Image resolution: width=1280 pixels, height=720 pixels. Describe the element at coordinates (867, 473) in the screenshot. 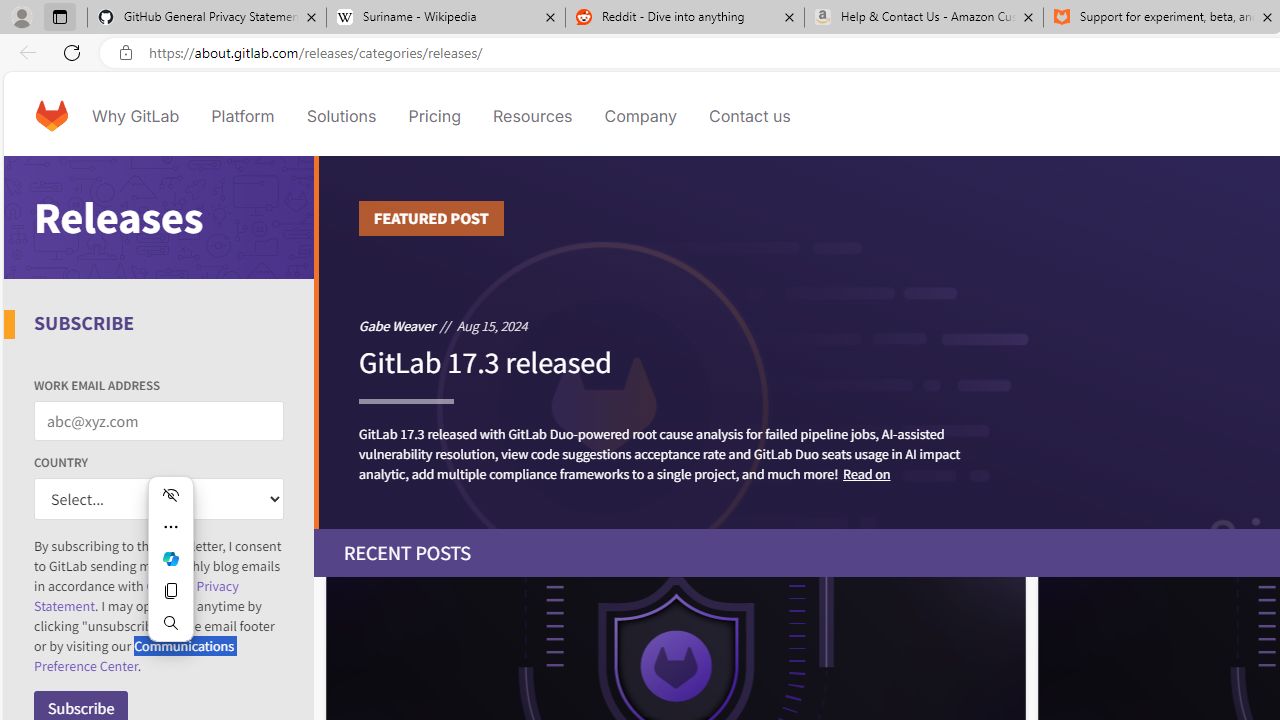

I see `'Read on'` at that location.